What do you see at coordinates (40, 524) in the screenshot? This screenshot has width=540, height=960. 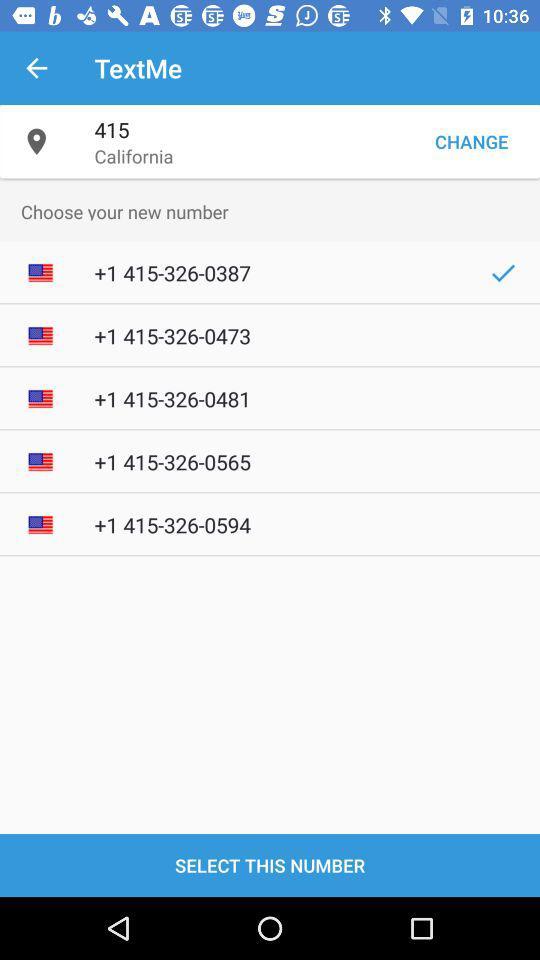 I see `the mini image left to 1 4153260594` at bounding box center [40, 524].